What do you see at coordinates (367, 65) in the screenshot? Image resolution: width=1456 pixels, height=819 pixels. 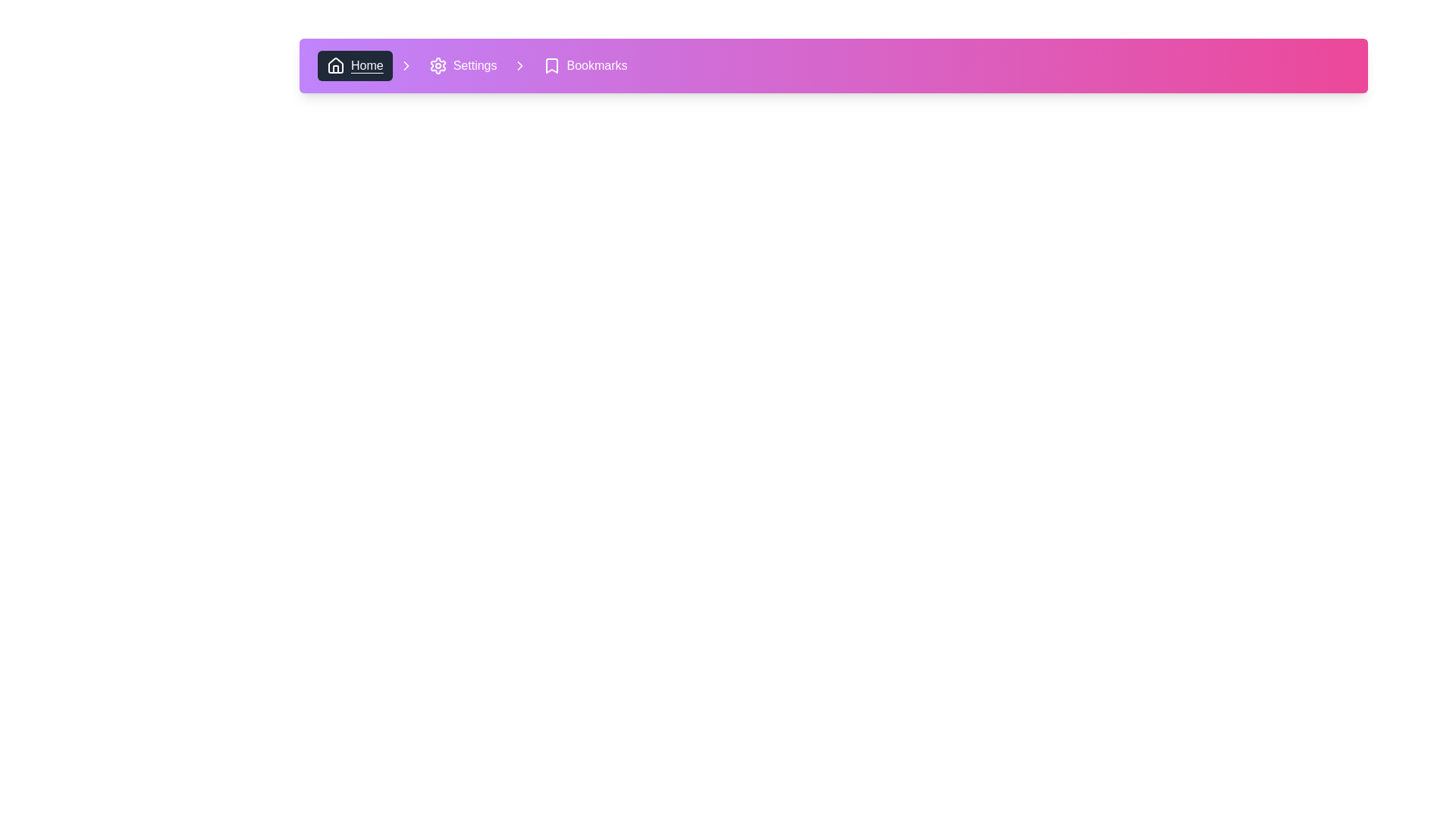 I see `the 'Home' text label located in the navigation bar` at bounding box center [367, 65].